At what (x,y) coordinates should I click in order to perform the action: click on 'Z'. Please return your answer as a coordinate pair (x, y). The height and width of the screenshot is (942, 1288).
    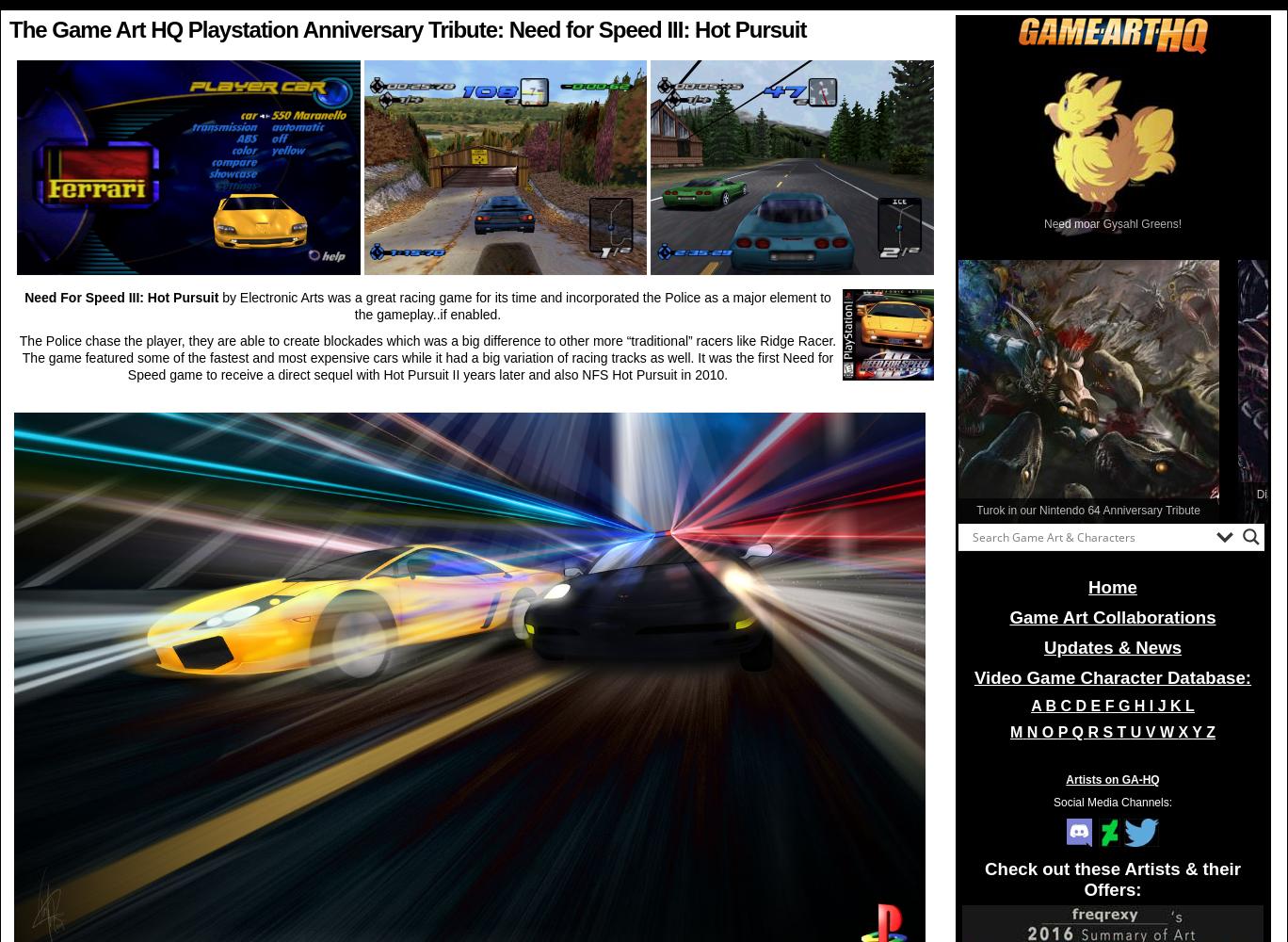
    Looking at the image, I should click on (1204, 732).